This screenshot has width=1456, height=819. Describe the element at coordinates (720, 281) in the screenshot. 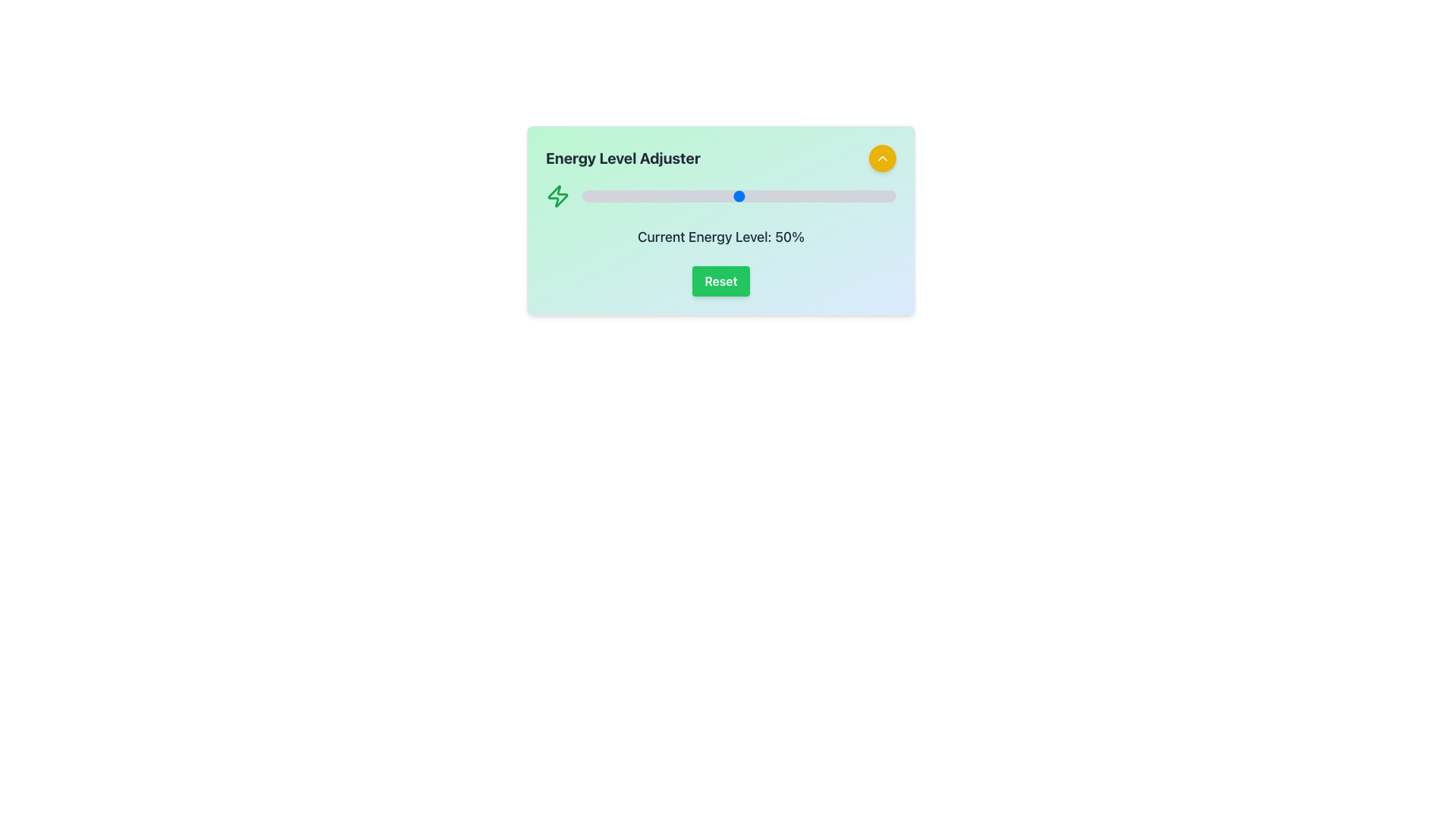

I see `the reset button located beneath the 'Current Energy Level: 50%' text` at that location.